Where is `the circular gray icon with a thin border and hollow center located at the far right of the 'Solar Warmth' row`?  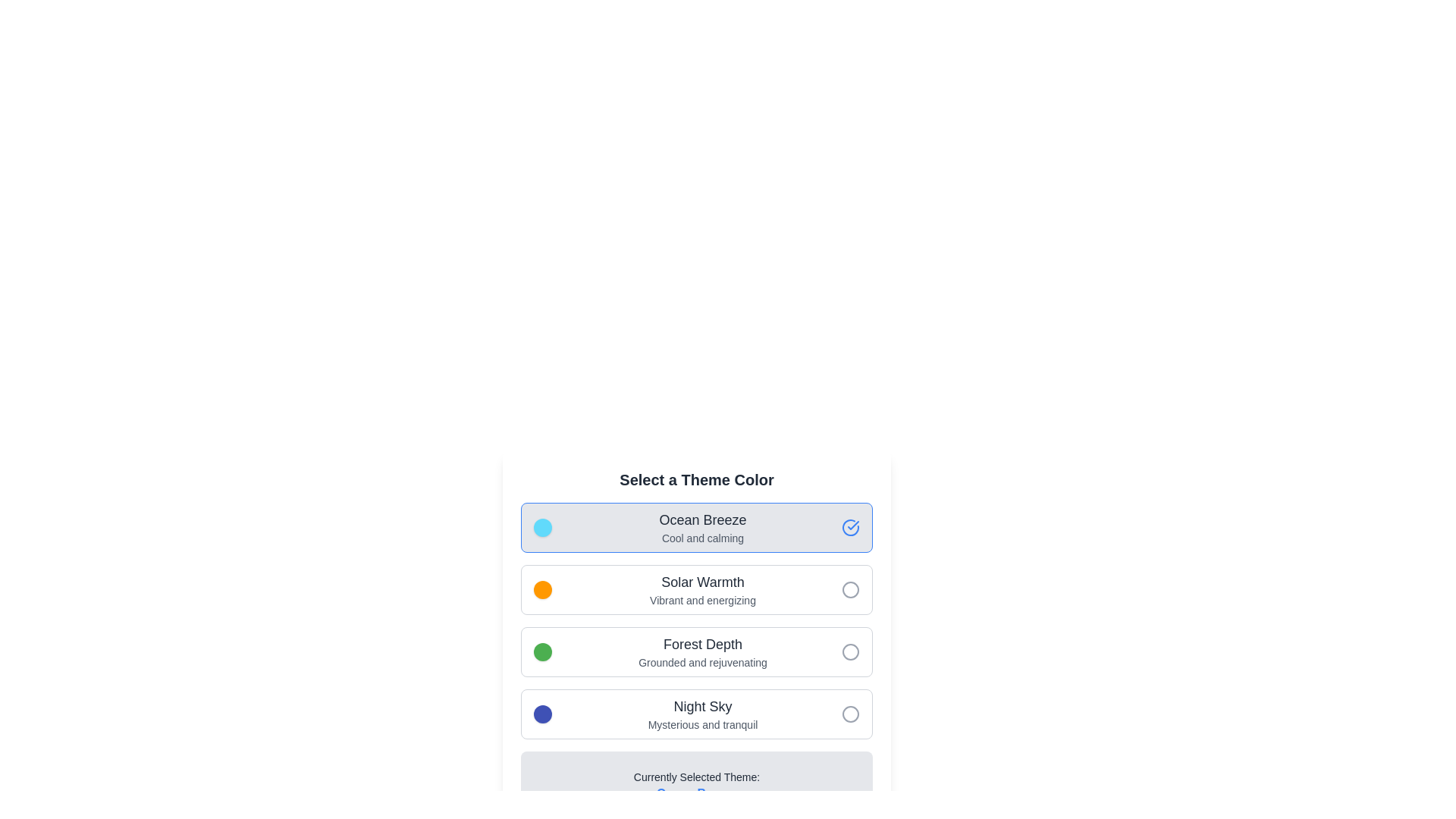
the circular gray icon with a thin border and hollow center located at the far right of the 'Solar Warmth' row is located at coordinates (851, 589).